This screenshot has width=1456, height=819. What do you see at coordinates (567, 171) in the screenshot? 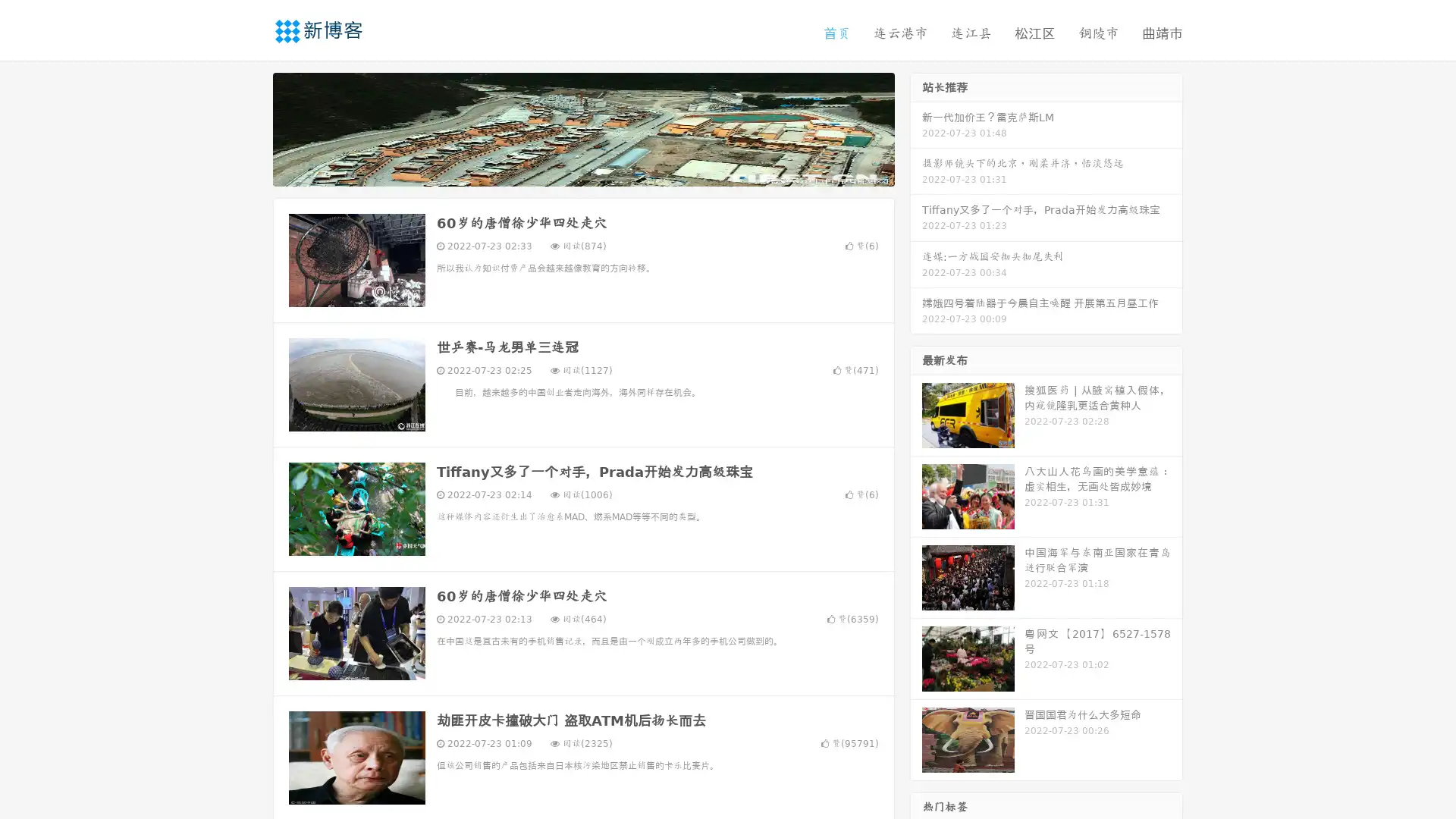
I see `Go to slide 1` at bounding box center [567, 171].